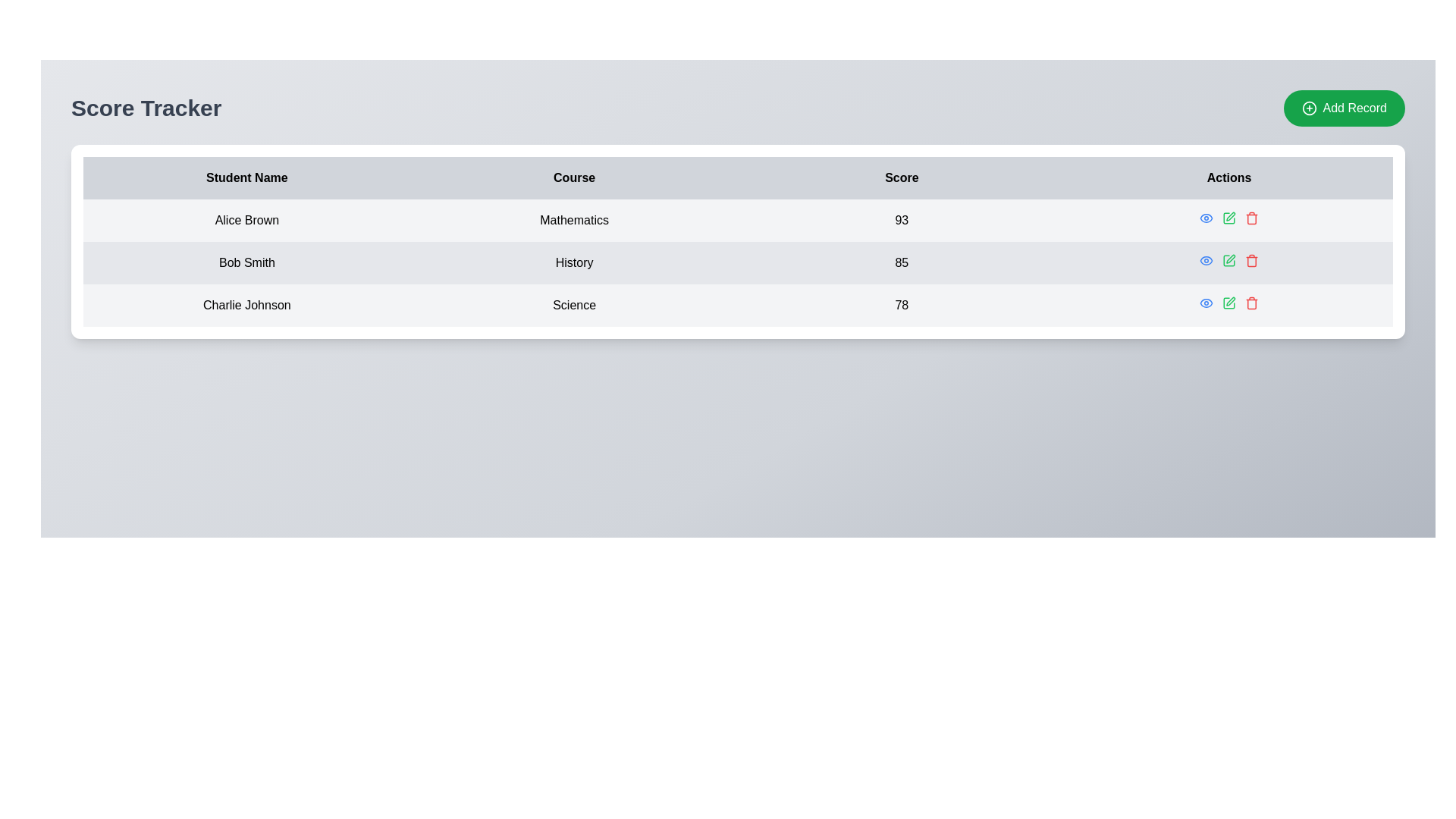  Describe the element at coordinates (1231, 301) in the screenshot. I see `the edit pen icon button in the Actions column of the last row` at that location.